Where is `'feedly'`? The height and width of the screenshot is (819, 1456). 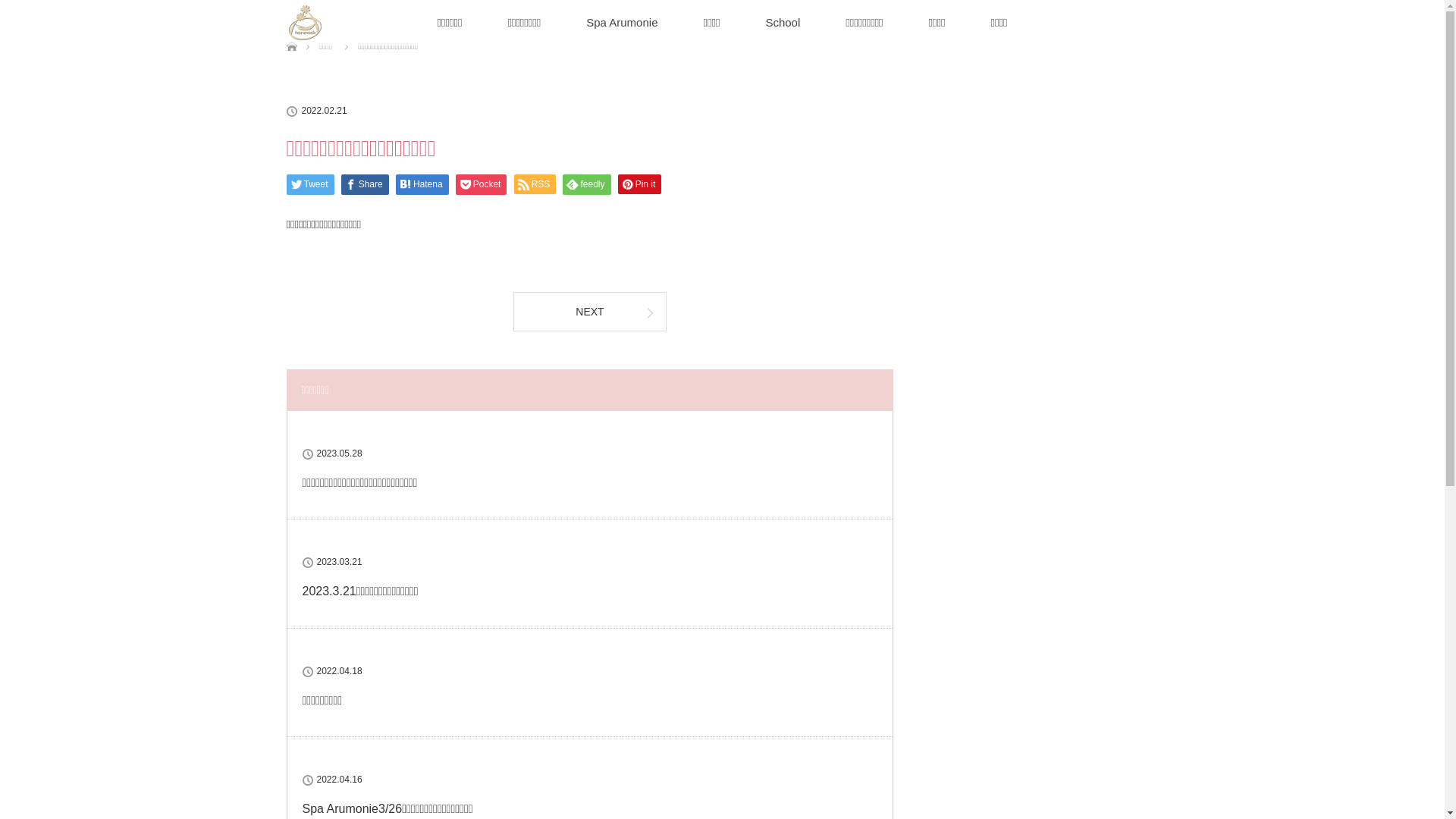
'feedly' is located at coordinates (585, 184).